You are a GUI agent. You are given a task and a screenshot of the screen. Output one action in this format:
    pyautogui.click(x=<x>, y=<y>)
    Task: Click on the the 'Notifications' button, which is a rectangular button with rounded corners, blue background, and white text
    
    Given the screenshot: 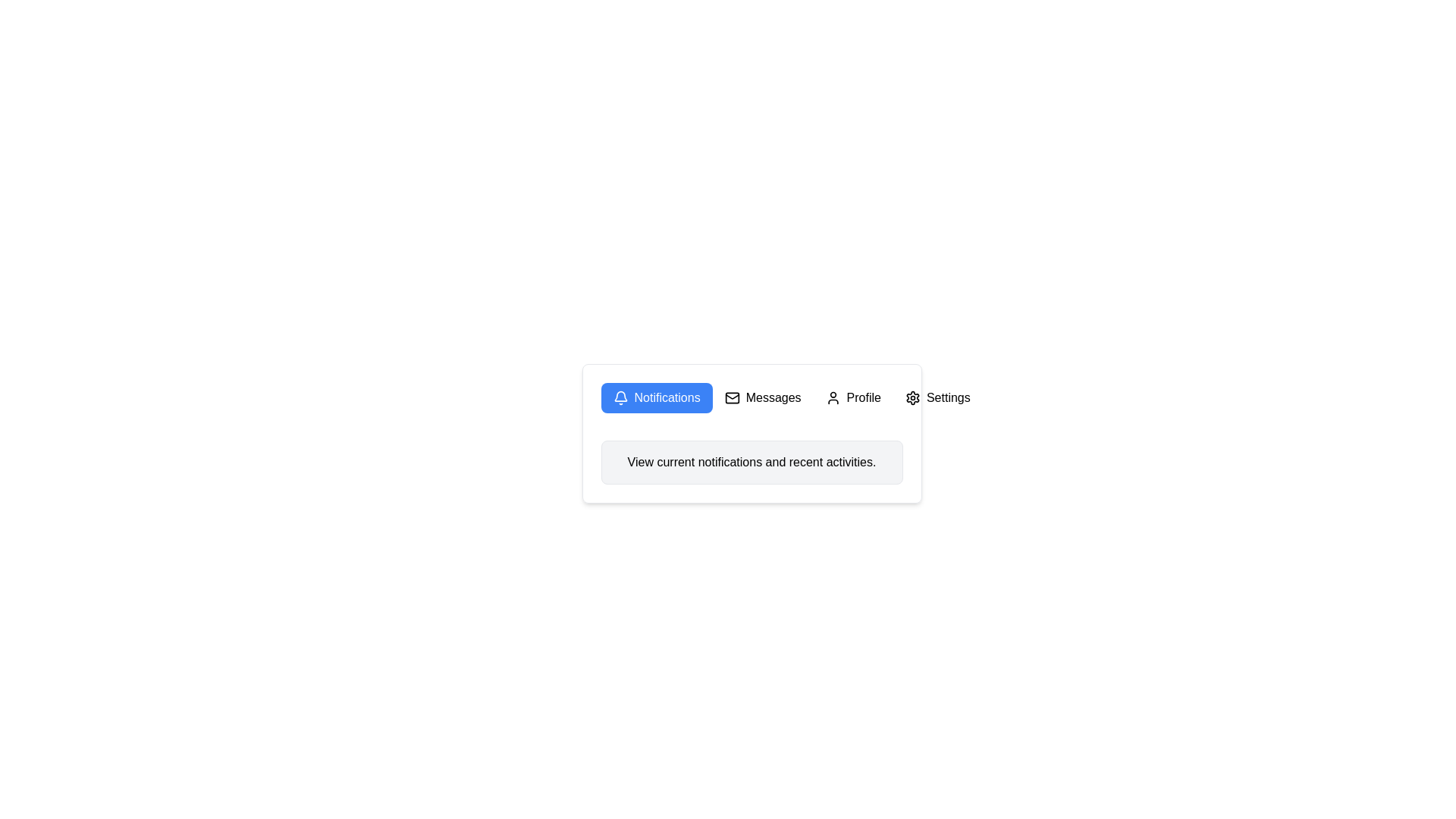 What is the action you would take?
    pyautogui.click(x=657, y=397)
    